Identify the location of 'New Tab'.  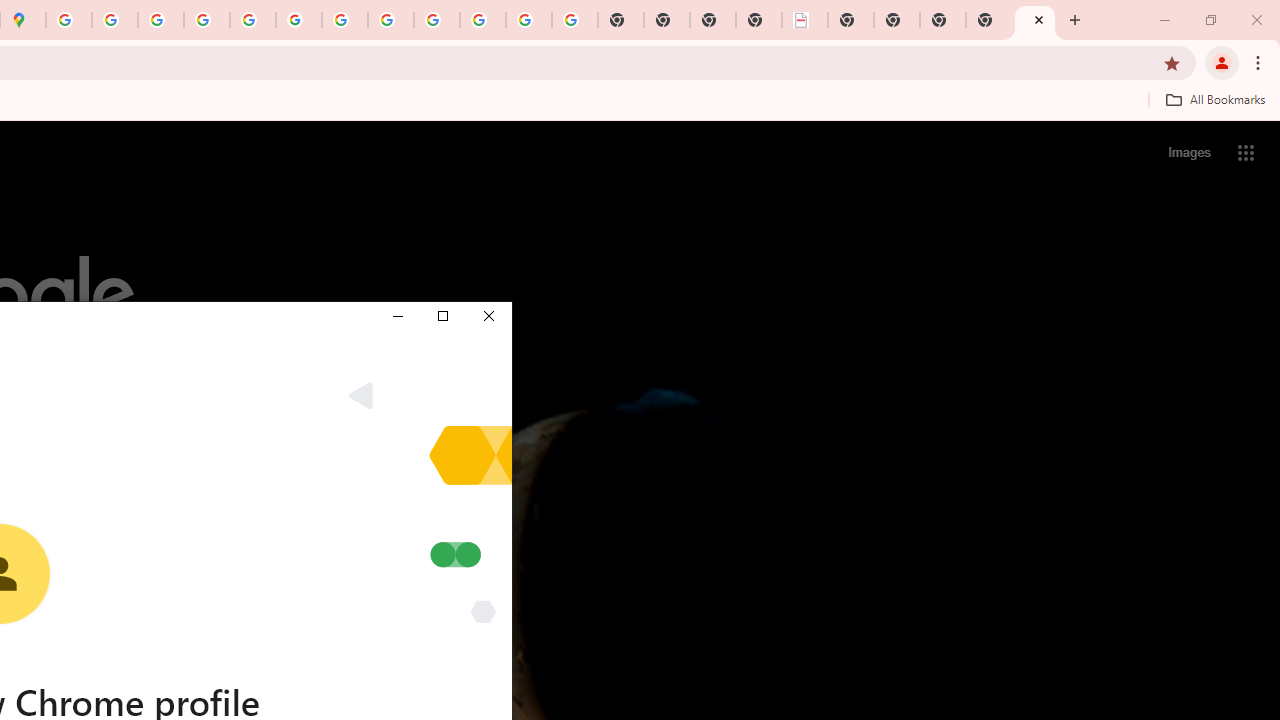
(989, 20).